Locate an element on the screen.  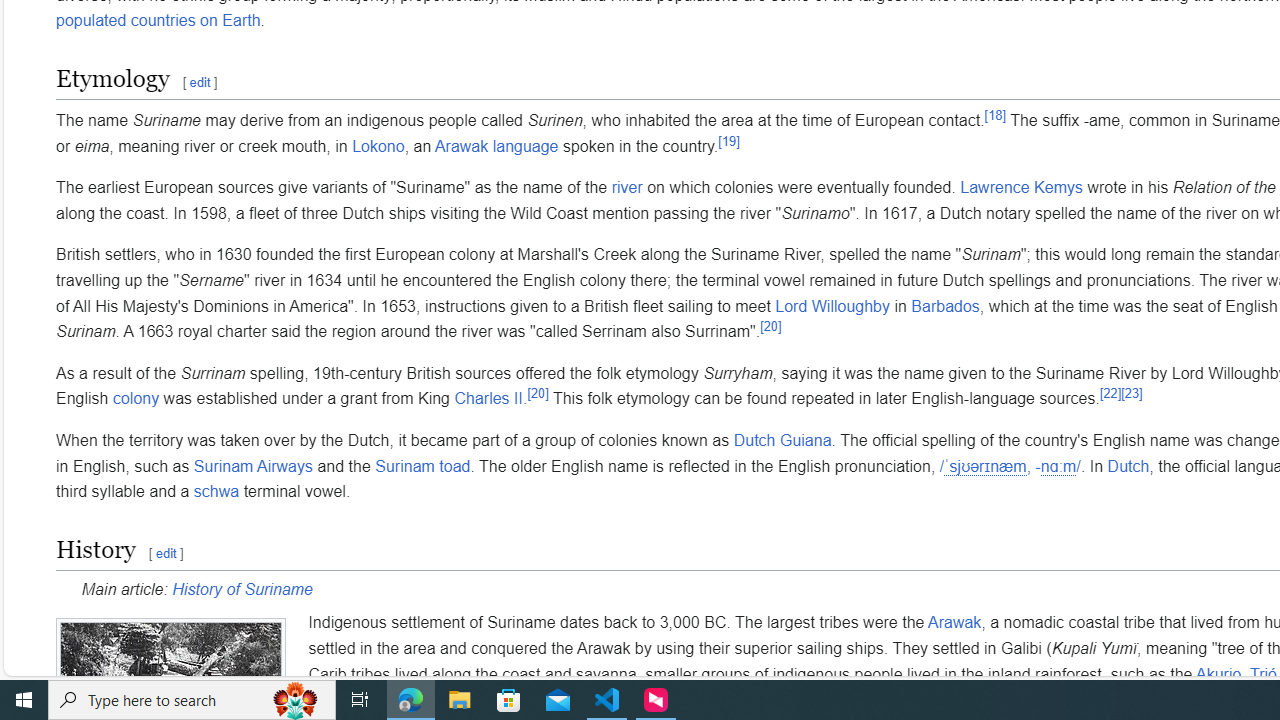
'Akurio' is located at coordinates (1217, 674).